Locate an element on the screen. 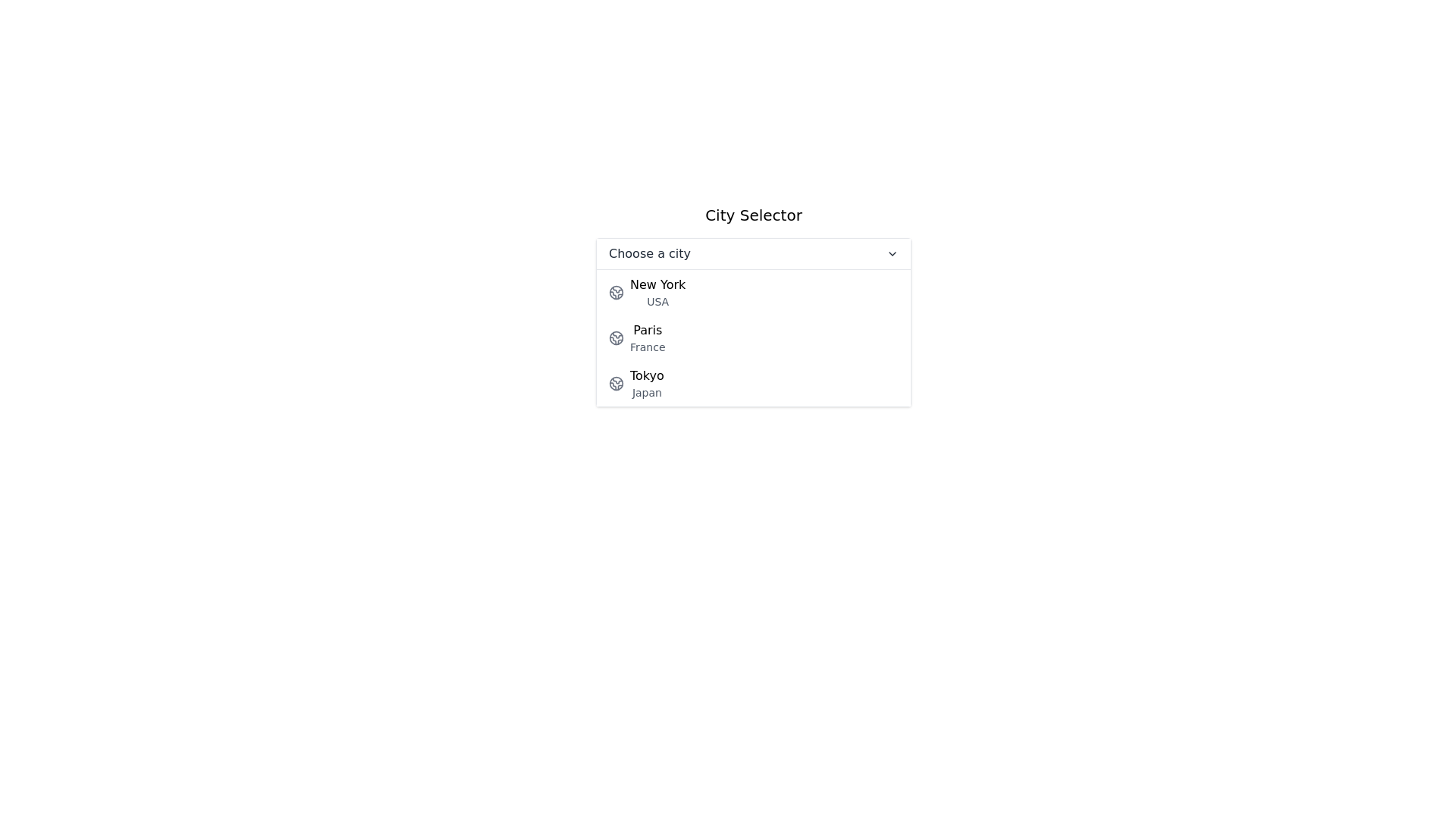 Image resolution: width=1456 pixels, height=819 pixels. the terrestrial globe icon representing the location option for 'Paris' in the dropdown list, which is located below 'New York' and above 'Tokyo' is located at coordinates (616, 337).